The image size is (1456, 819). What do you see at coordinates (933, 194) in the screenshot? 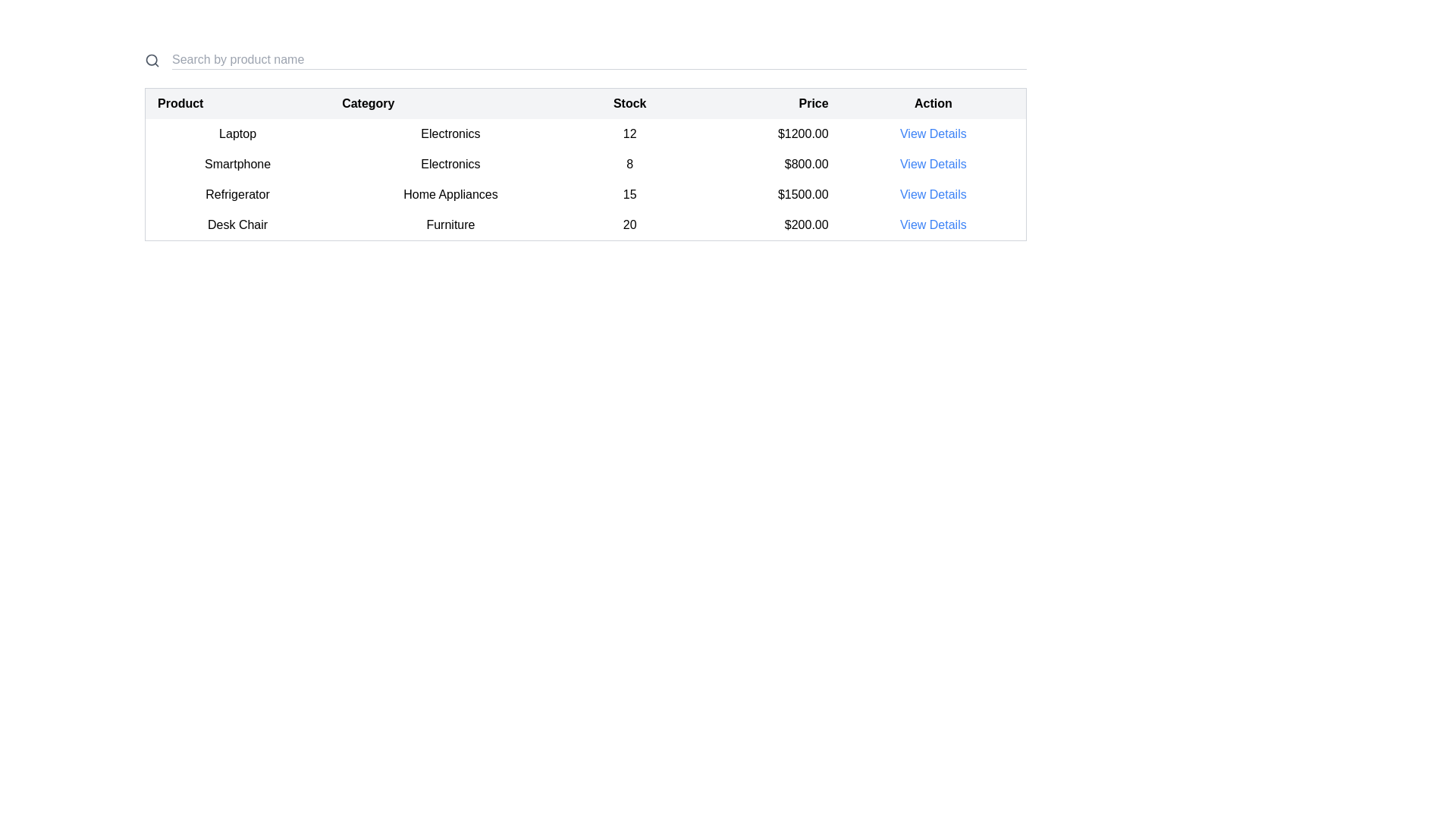
I see `the hyperlink labeled 'View Details' in the 'Action' column of the table corresponding to the 'Refrigerator' product to change the text color indicating interactivity` at bounding box center [933, 194].